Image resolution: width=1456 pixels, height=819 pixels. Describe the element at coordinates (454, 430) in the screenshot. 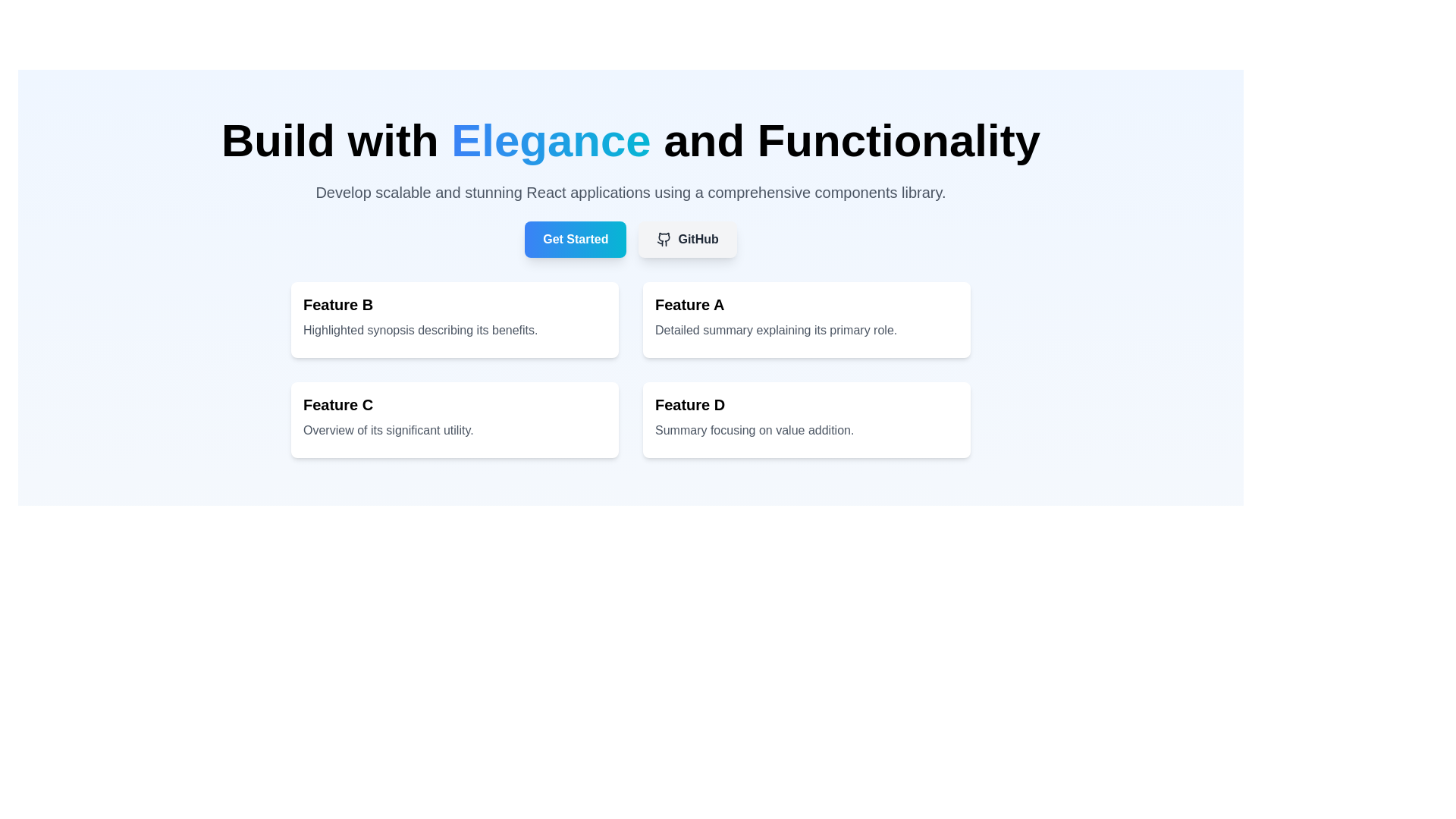

I see `the text line reading 'Overview of its significant utility.' that is styled in gray and located below the title 'Feature C'` at that location.